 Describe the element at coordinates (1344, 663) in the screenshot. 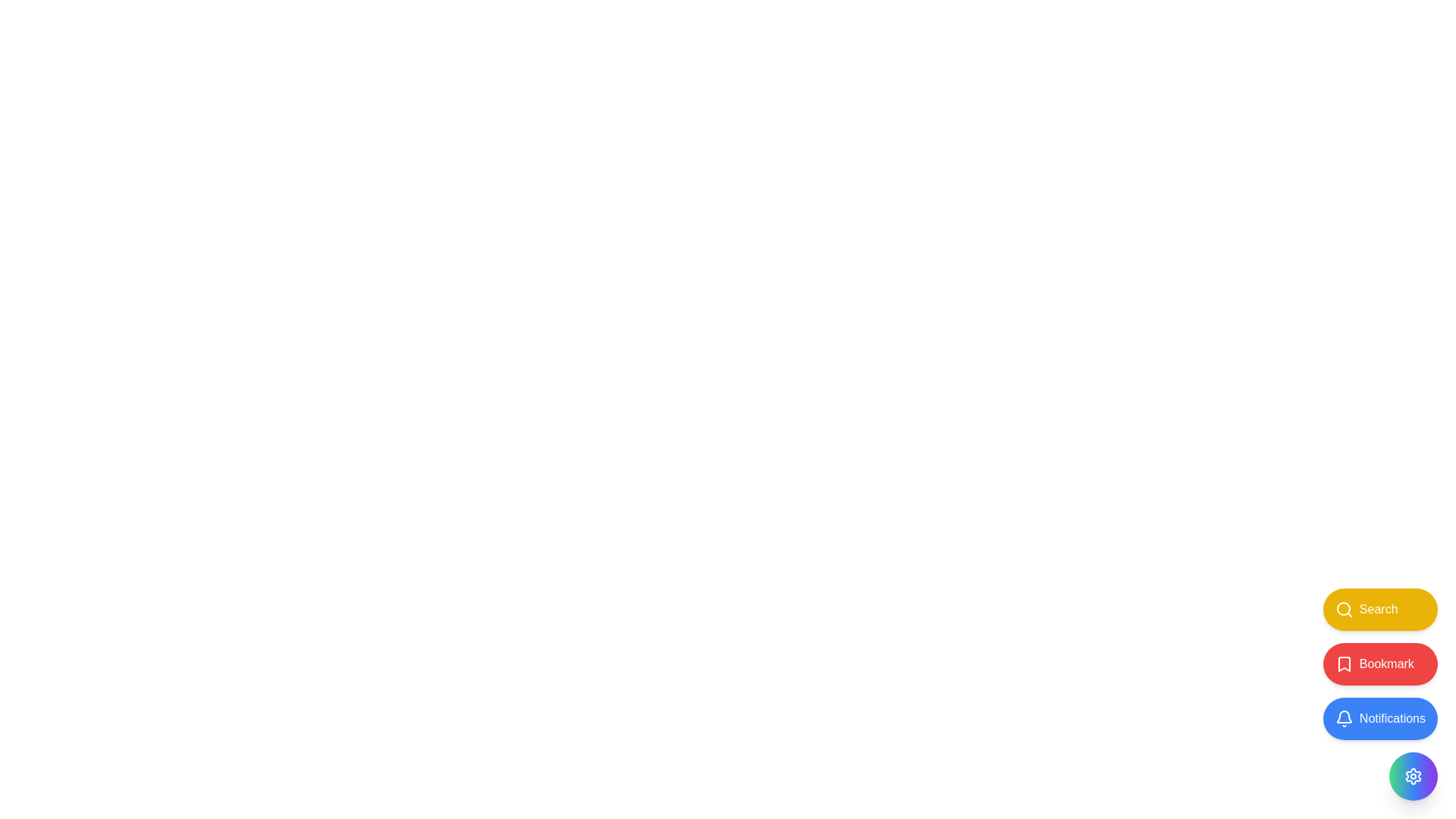

I see `the 'Bookmark' button, which is a circular button in the second position of a vertical menu` at that location.